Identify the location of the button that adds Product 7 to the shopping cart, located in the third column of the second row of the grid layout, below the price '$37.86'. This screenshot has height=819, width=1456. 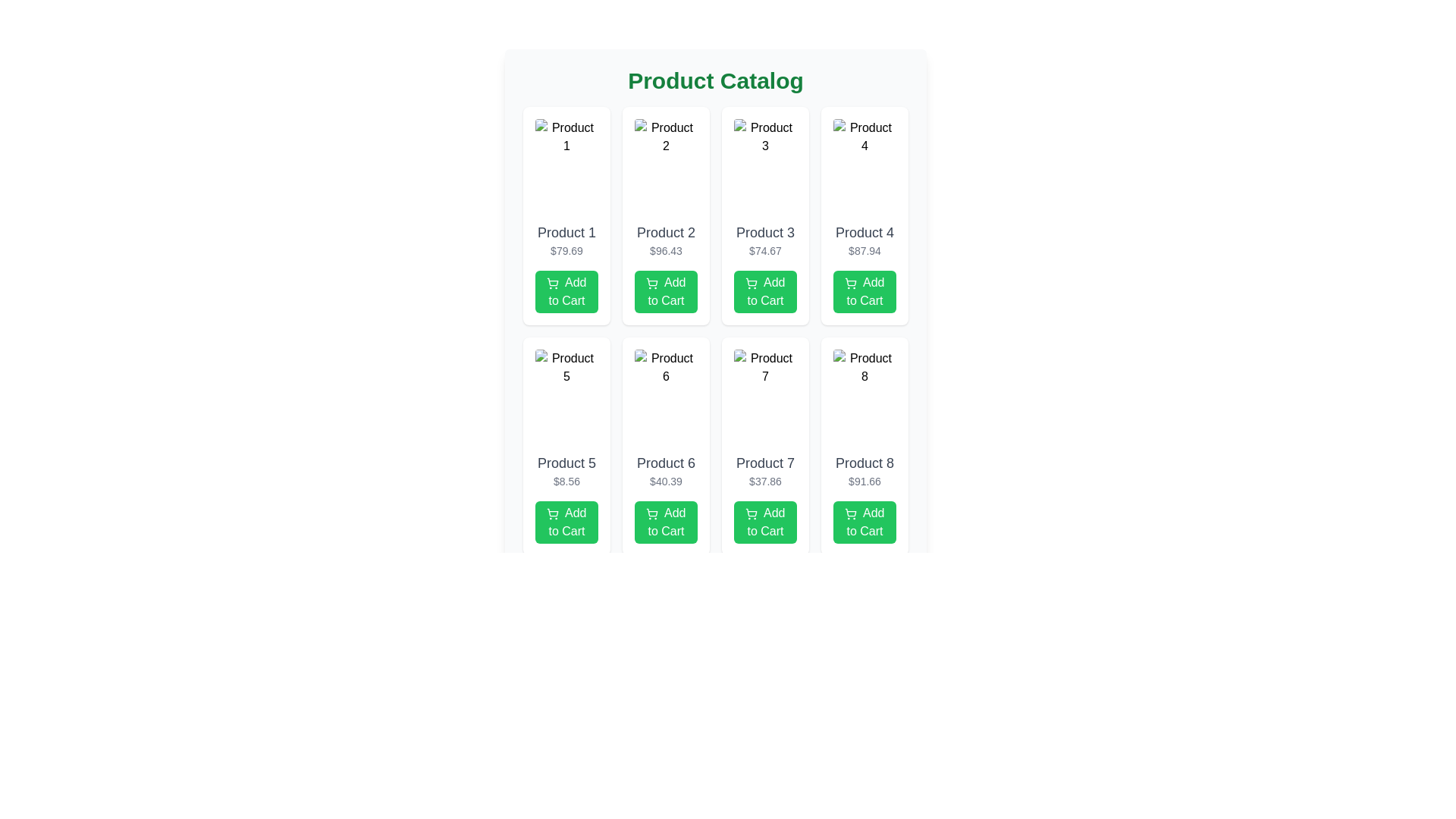
(765, 522).